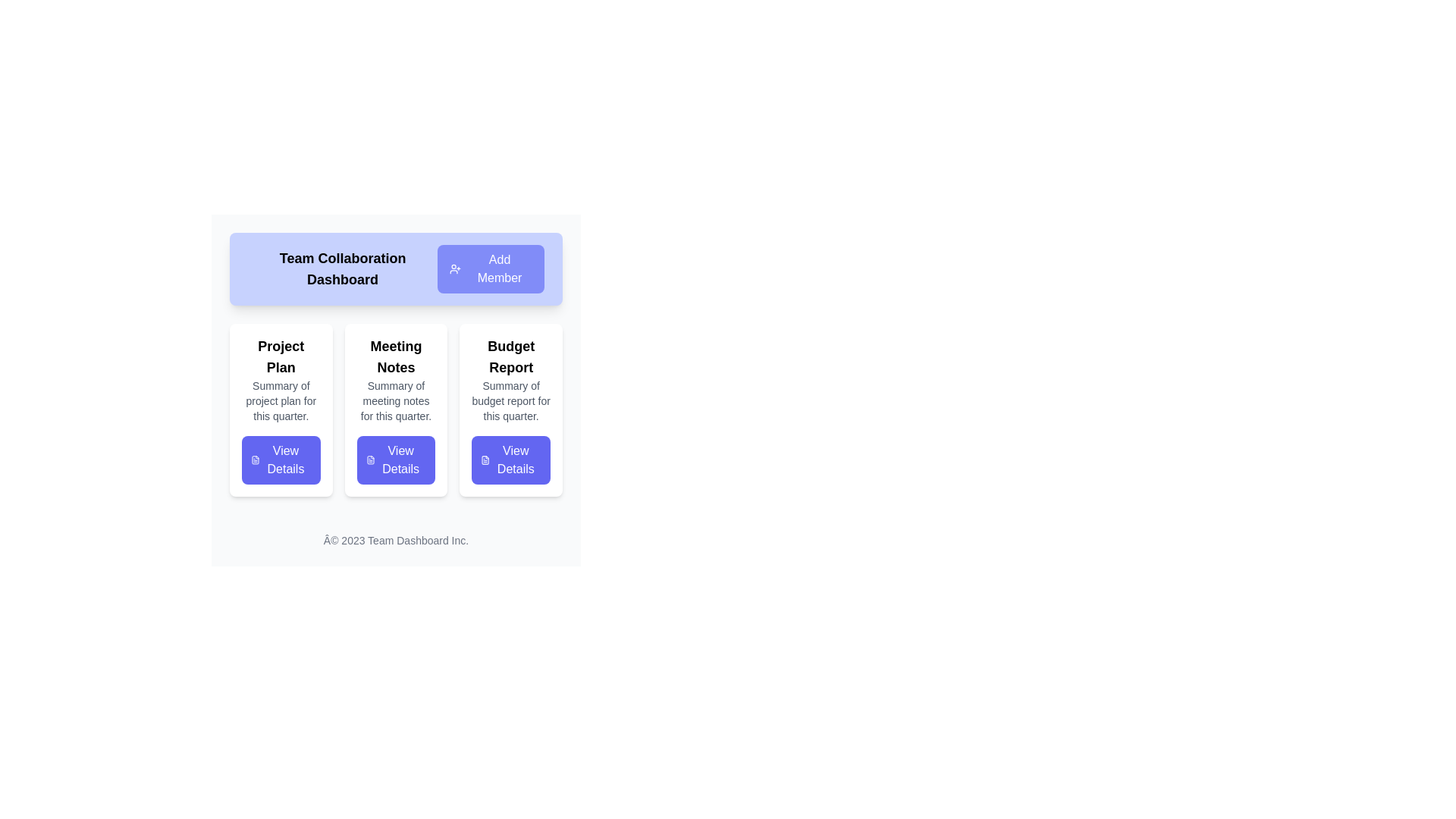  I want to click on the 'View Details' button that contains the outlined text-based file icon located beneath the 'Budget Report' card in the third column, so click(485, 459).